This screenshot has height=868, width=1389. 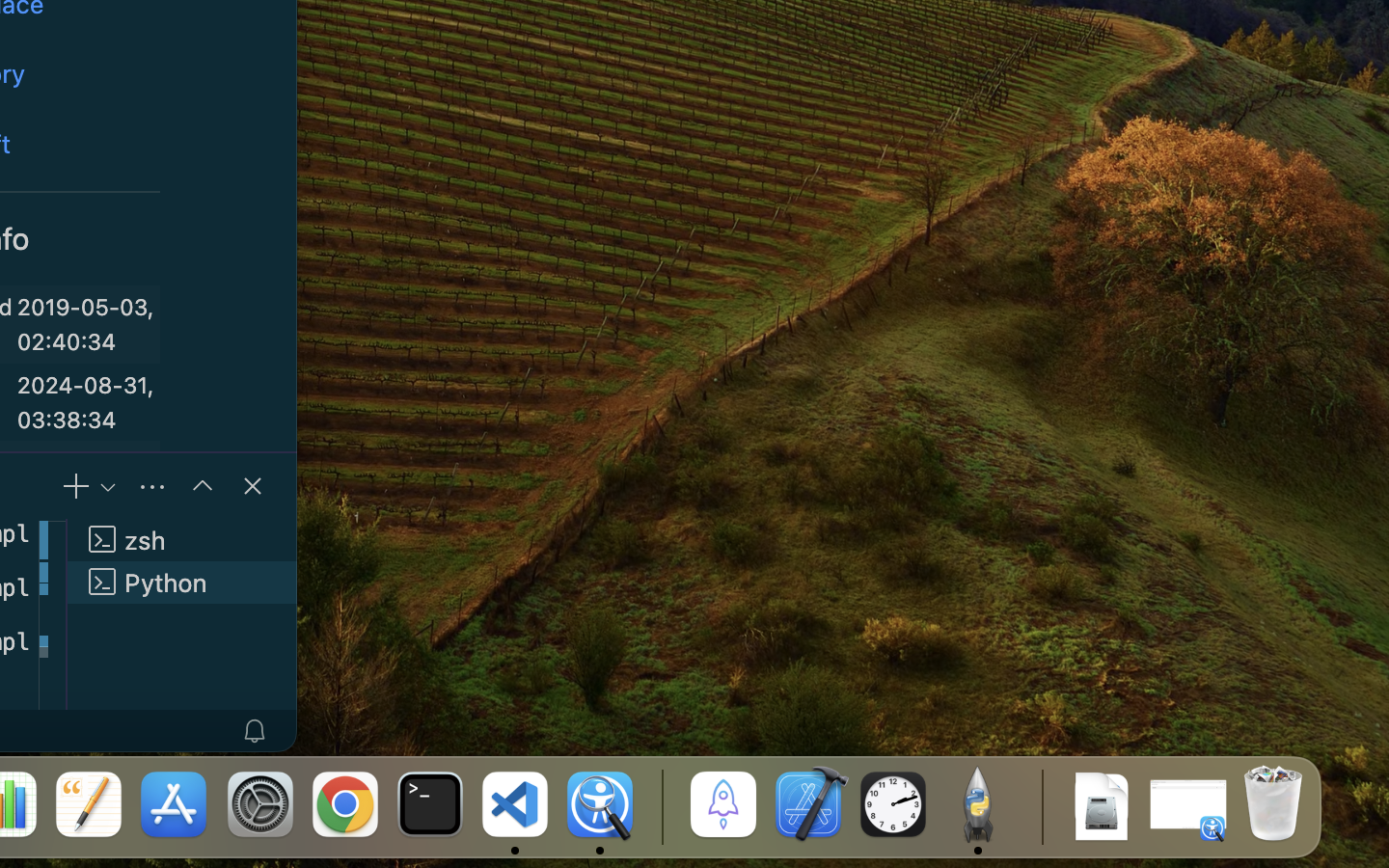 I want to click on '2019-05-03, 02:40:34', so click(x=85, y=323).